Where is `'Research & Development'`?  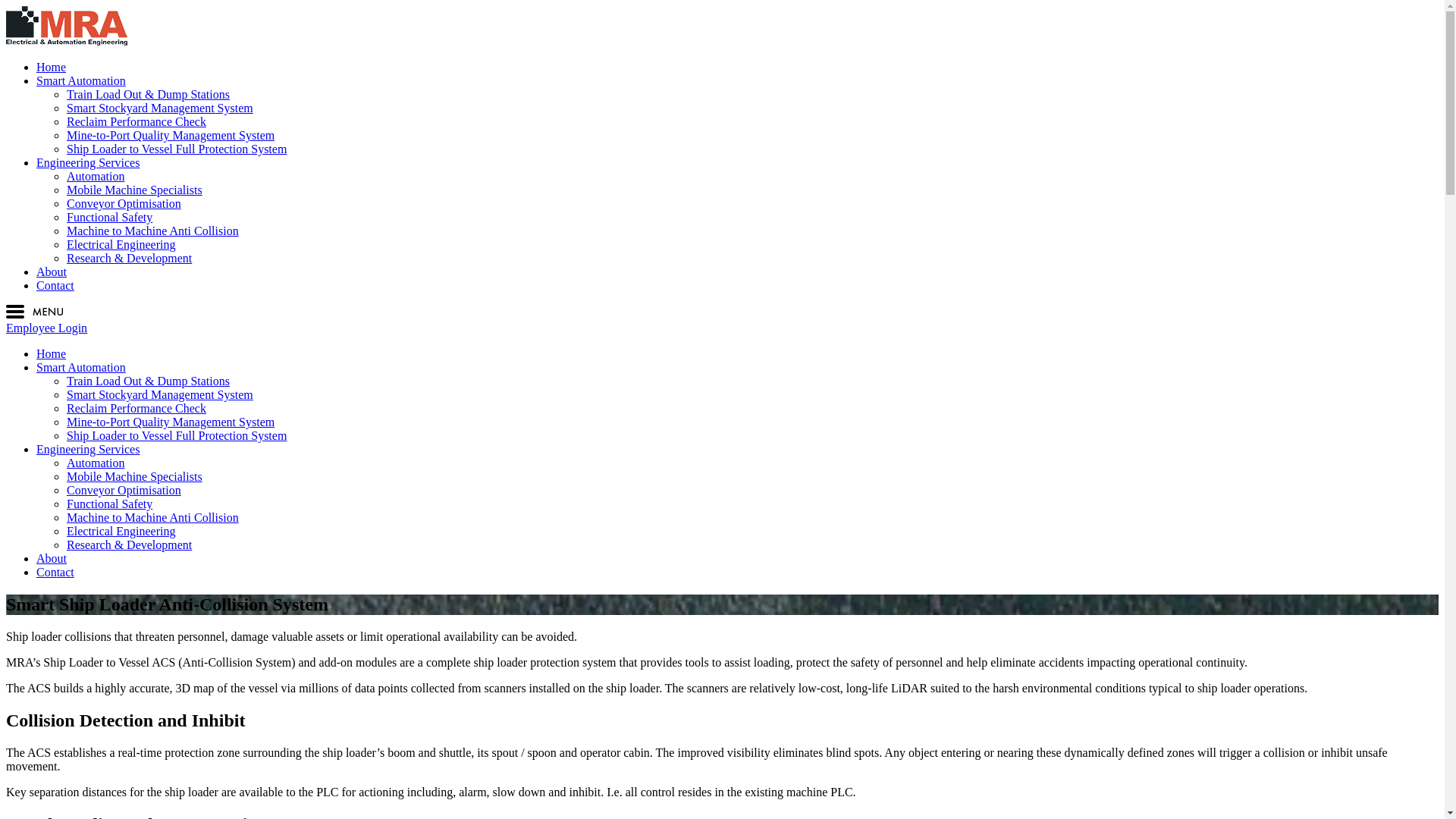 'Research & Development' is located at coordinates (129, 544).